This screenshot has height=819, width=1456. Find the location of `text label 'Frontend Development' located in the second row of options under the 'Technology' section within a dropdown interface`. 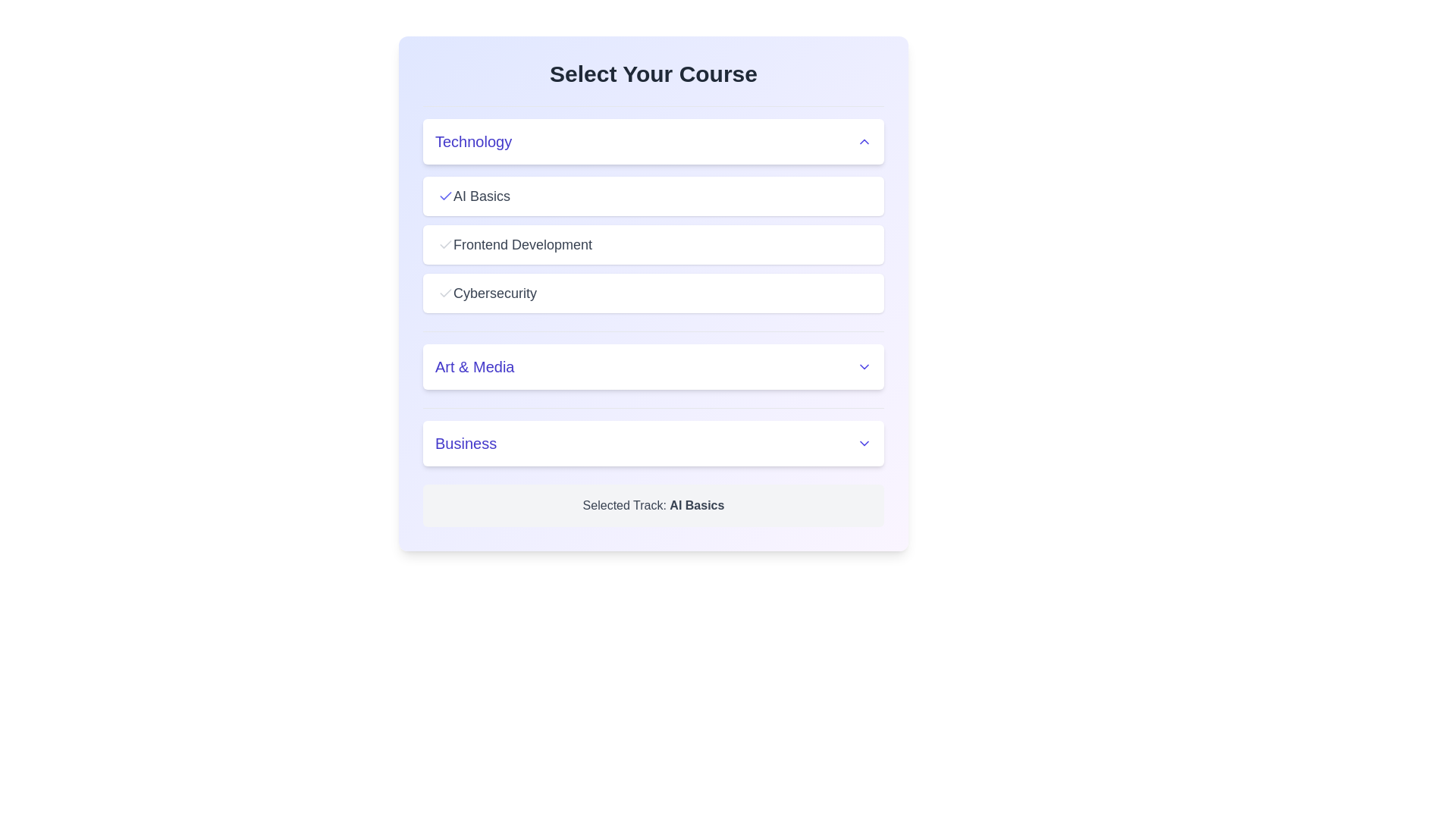

text label 'Frontend Development' located in the second row of options under the 'Technology' section within a dropdown interface is located at coordinates (522, 244).